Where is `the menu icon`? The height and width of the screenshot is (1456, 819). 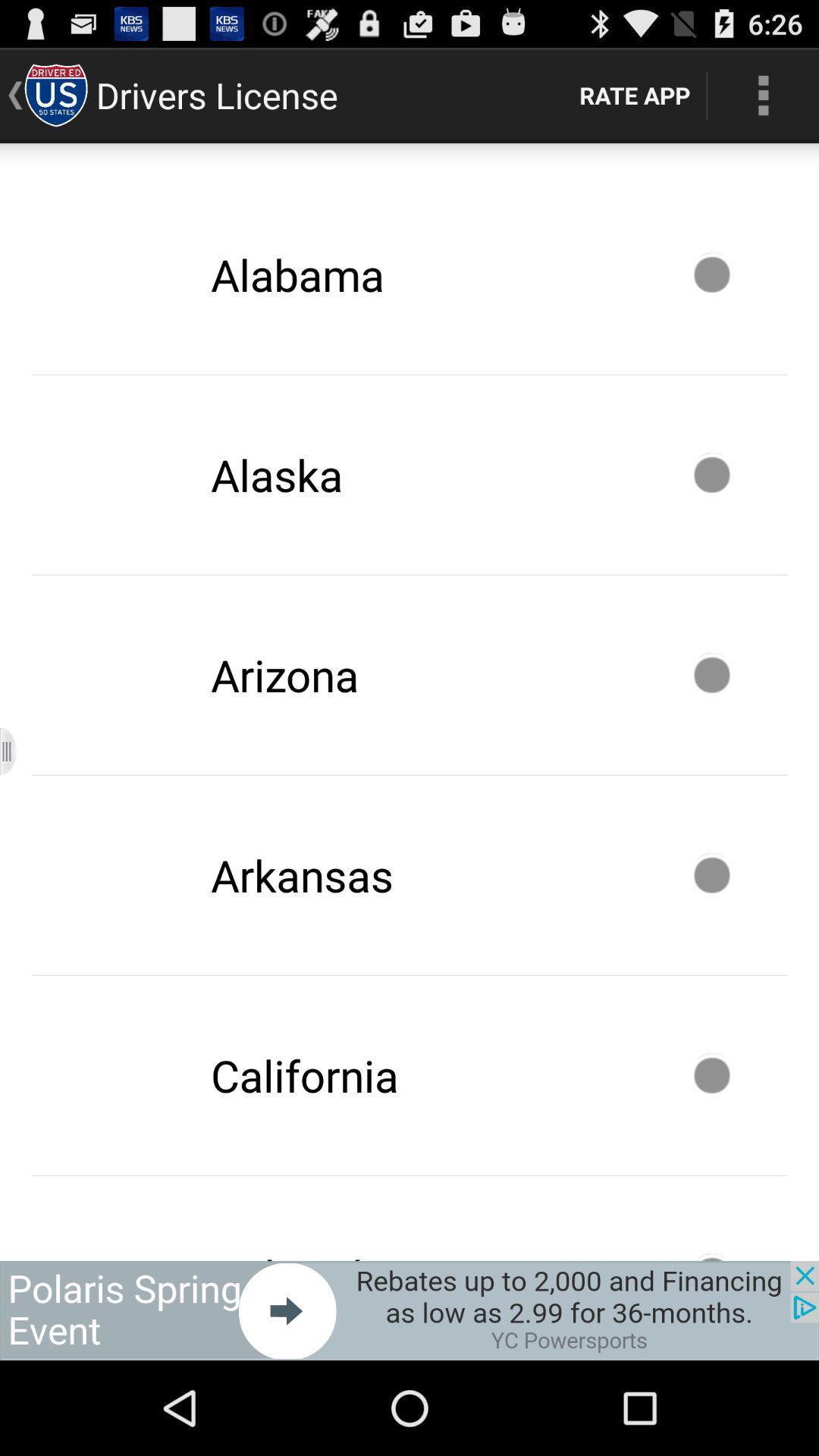
the menu icon is located at coordinates (17, 803).